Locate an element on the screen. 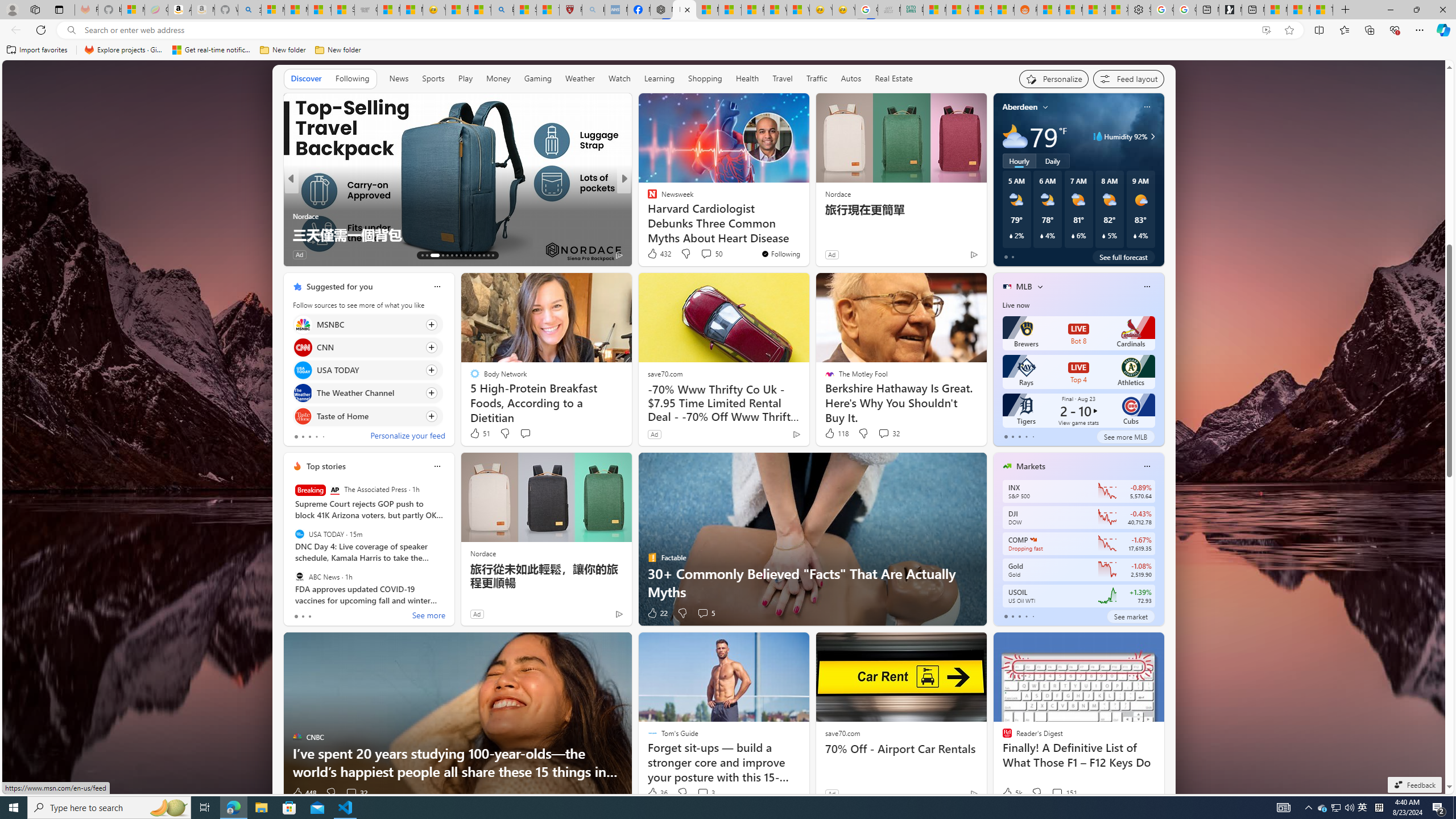  'Import favorites' is located at coordinates (37, 49).